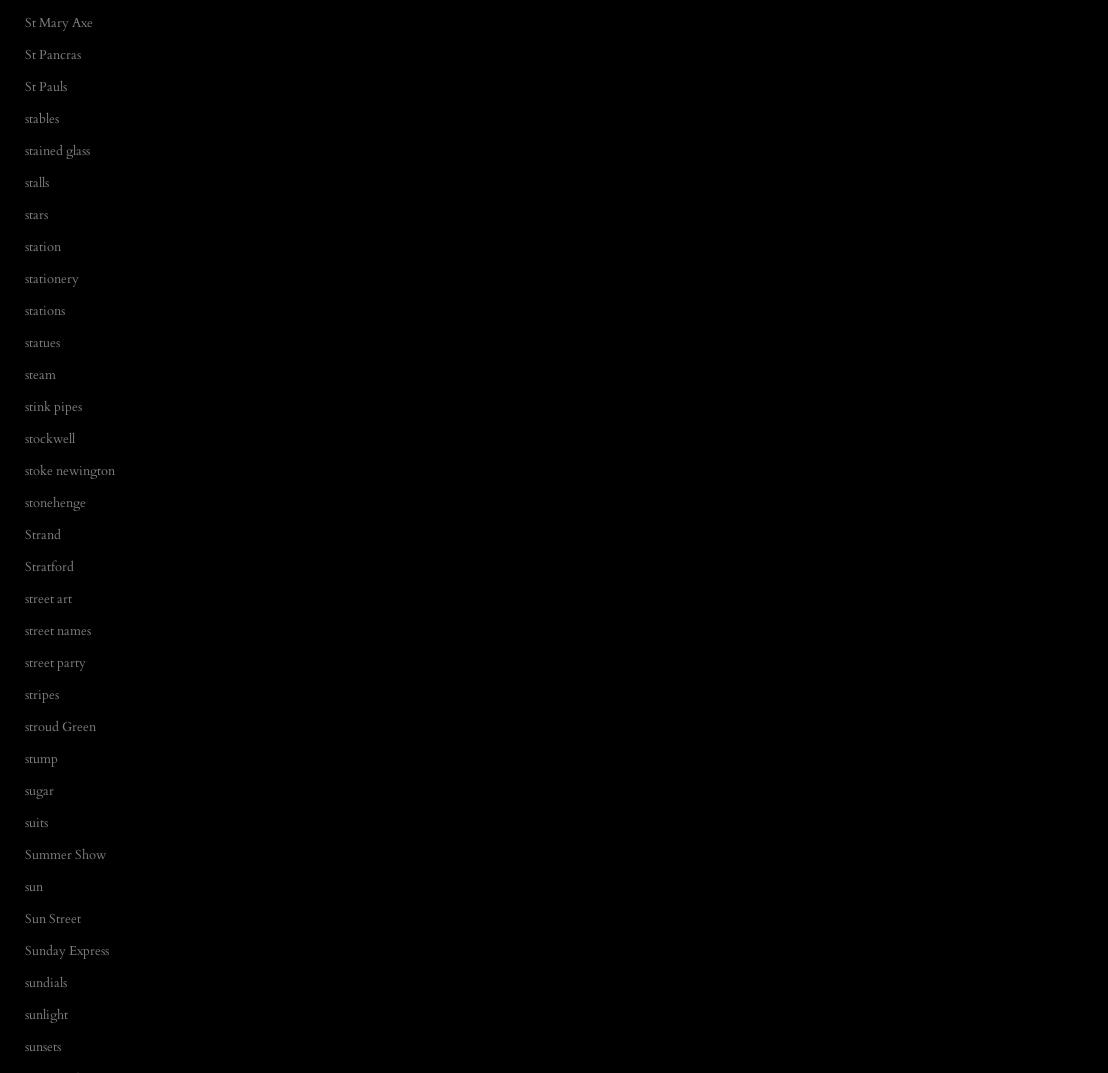 The width and height of the screenshot is (1108, 1073). What do you see at coordinates (44, 309) in the screenshot?
I see `'stations'` at bounding box center [44, 309].